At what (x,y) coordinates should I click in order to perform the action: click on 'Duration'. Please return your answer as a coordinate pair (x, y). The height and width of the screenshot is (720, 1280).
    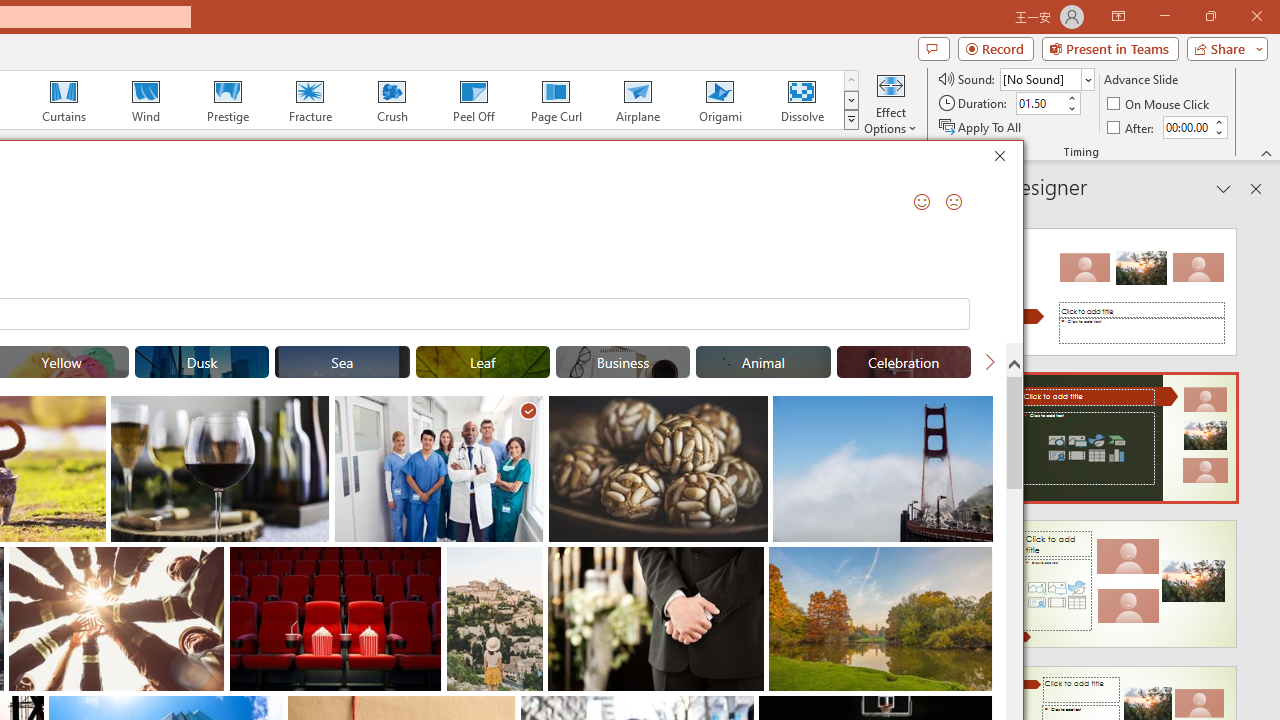
    Looking at the image, I should click on (1040, 103).